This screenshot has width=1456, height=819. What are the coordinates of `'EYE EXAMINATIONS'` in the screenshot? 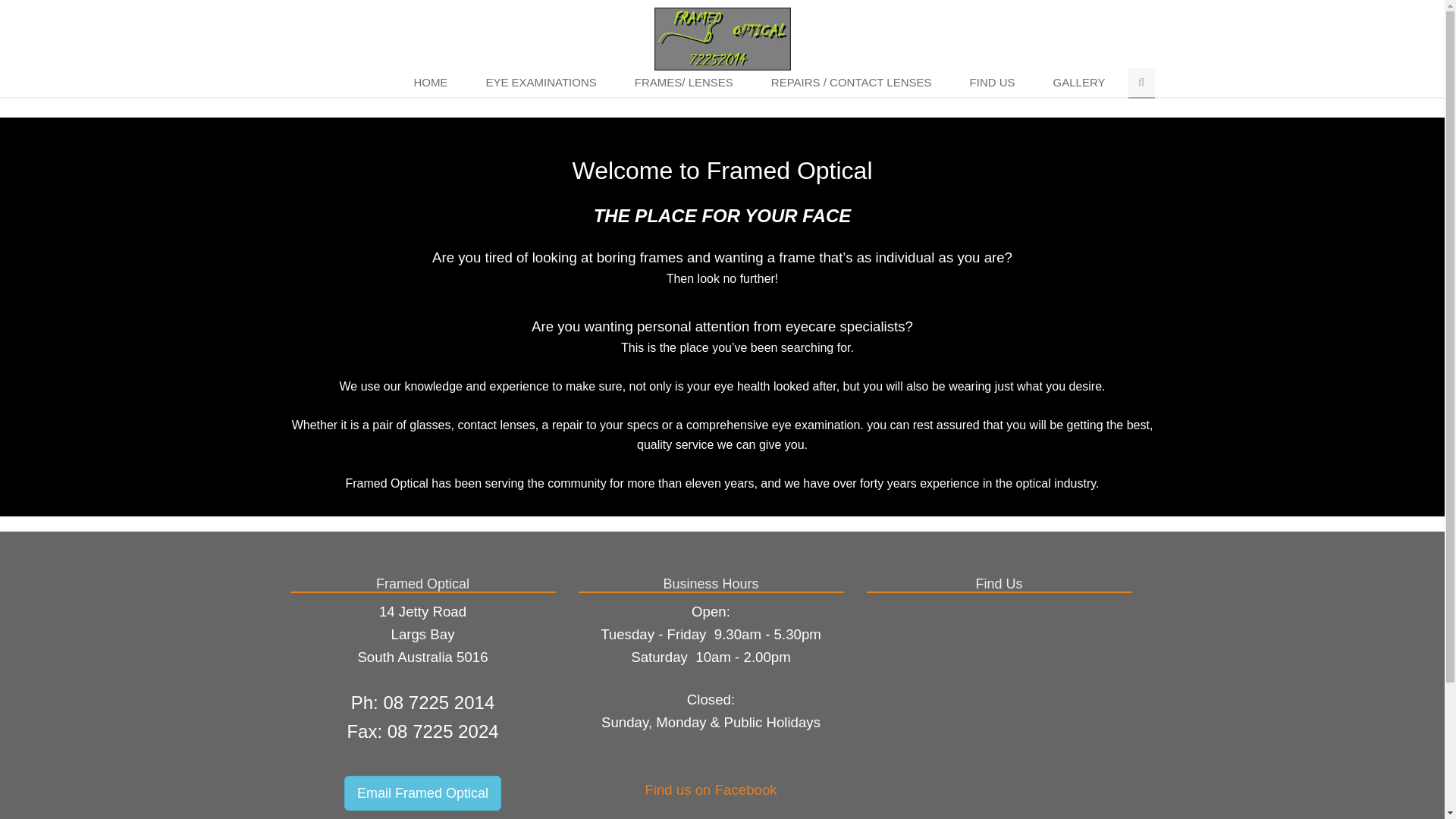 It's located at (544, 83).